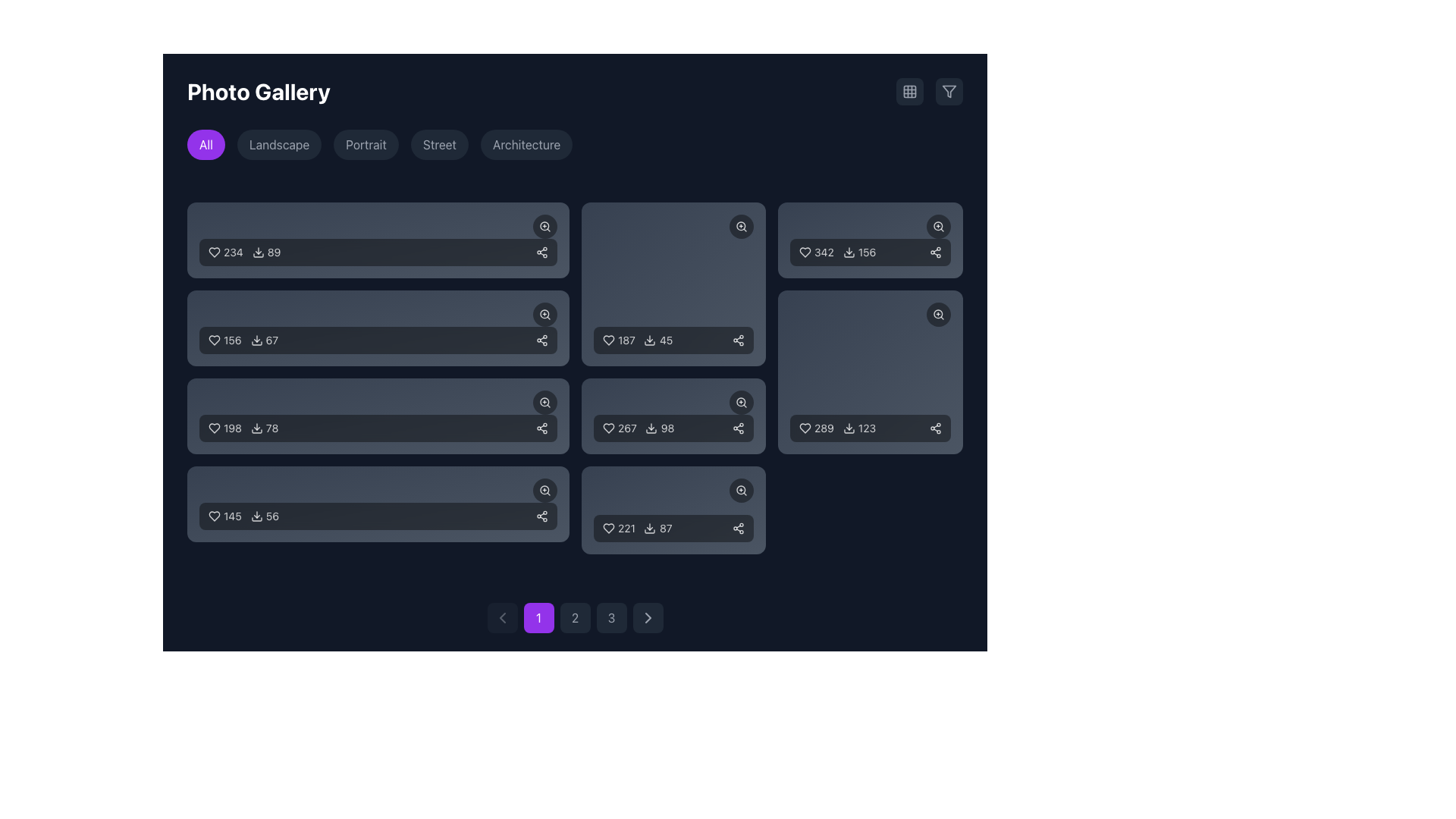 This screenshot has width=1456, height=819. I want to click on the zoom button located at the top-right corner of the image statistics card, specifically in the second row and third column, to observe the visual effect, so click(544, 402).